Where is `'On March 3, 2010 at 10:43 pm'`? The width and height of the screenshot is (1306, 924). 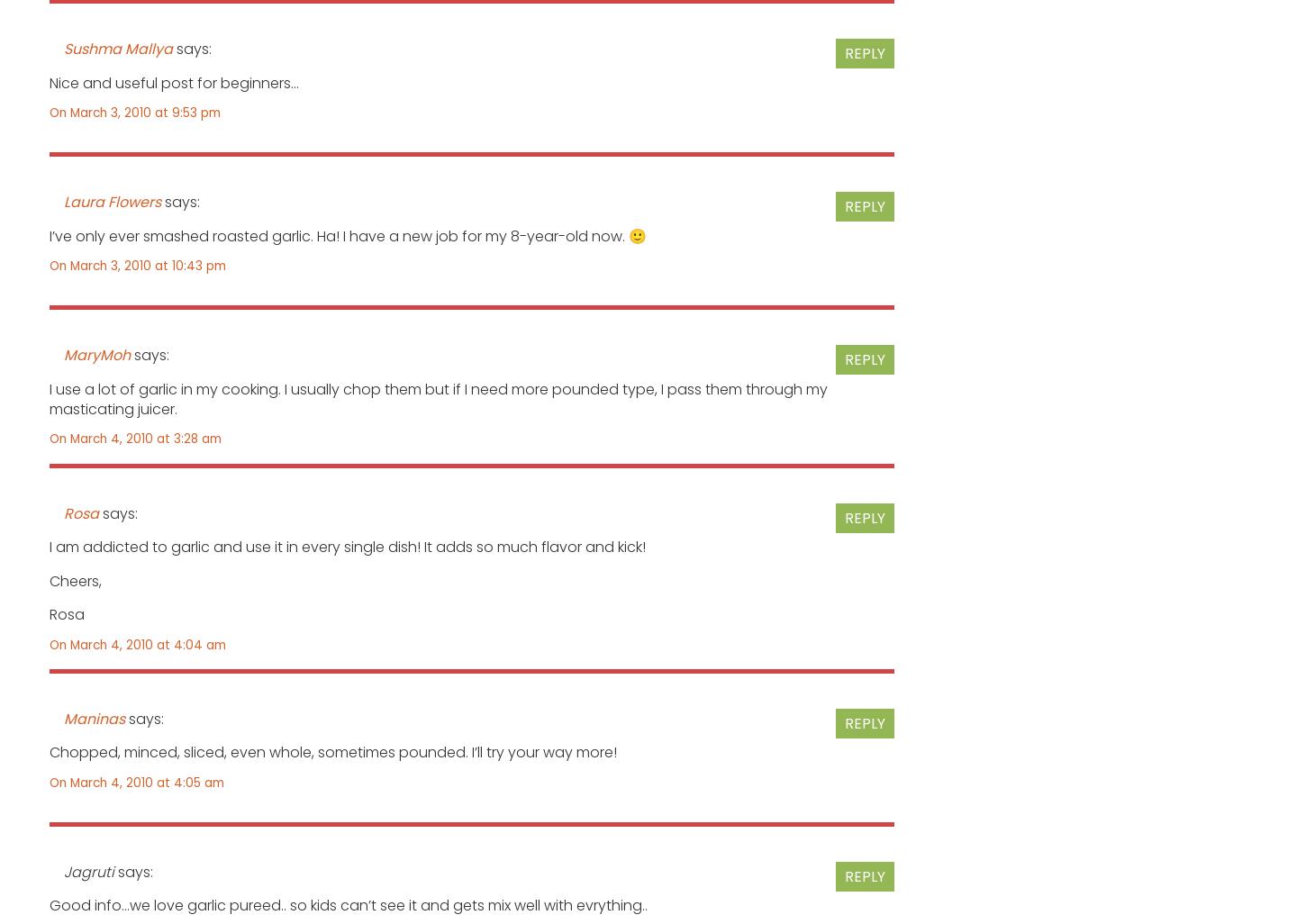
'On March 3, 2010 at 10:43 pm' is located at coordinates (136, 264).